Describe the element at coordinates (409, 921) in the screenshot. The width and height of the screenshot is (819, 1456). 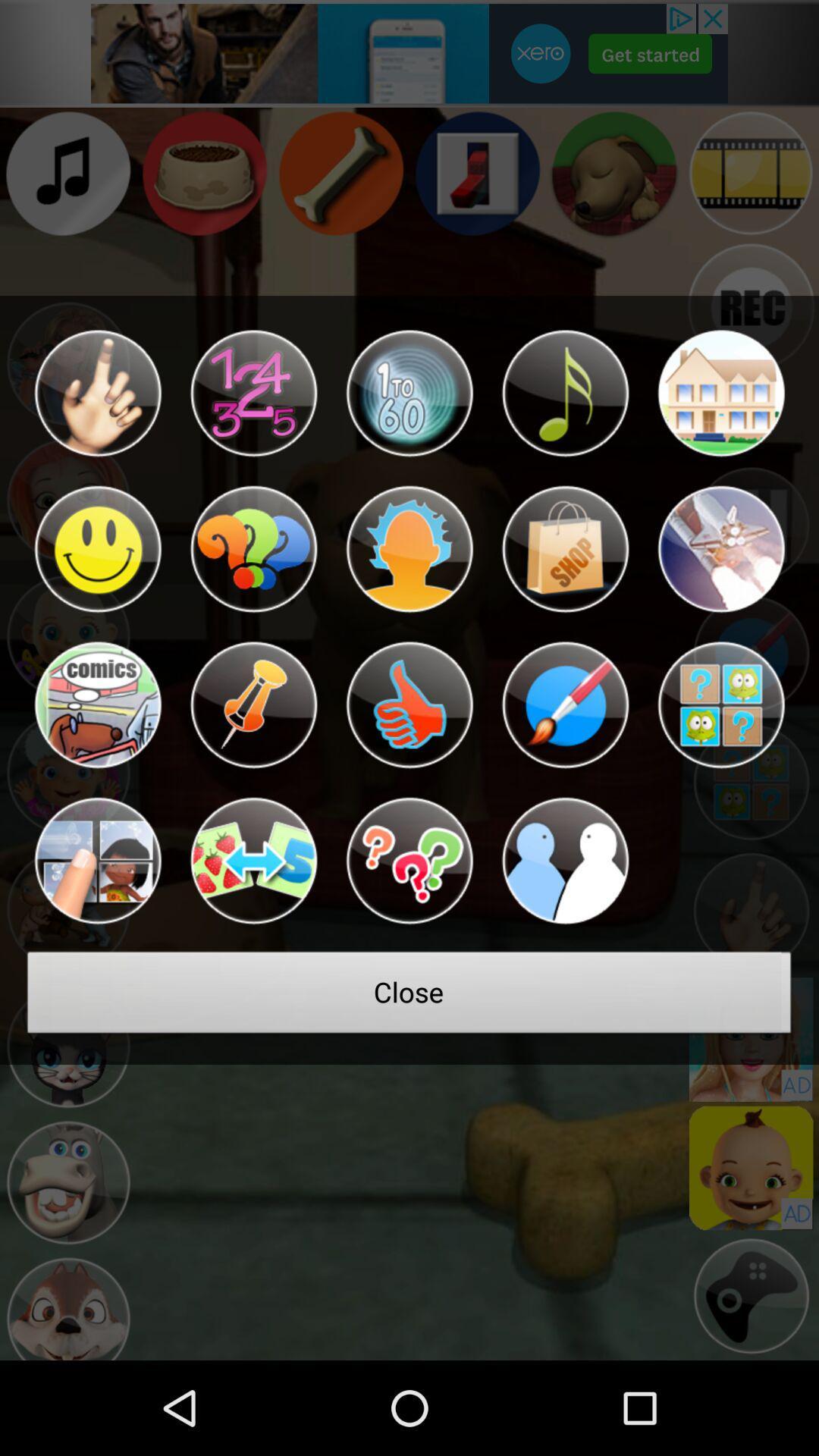
I see `the help icon` at that location.